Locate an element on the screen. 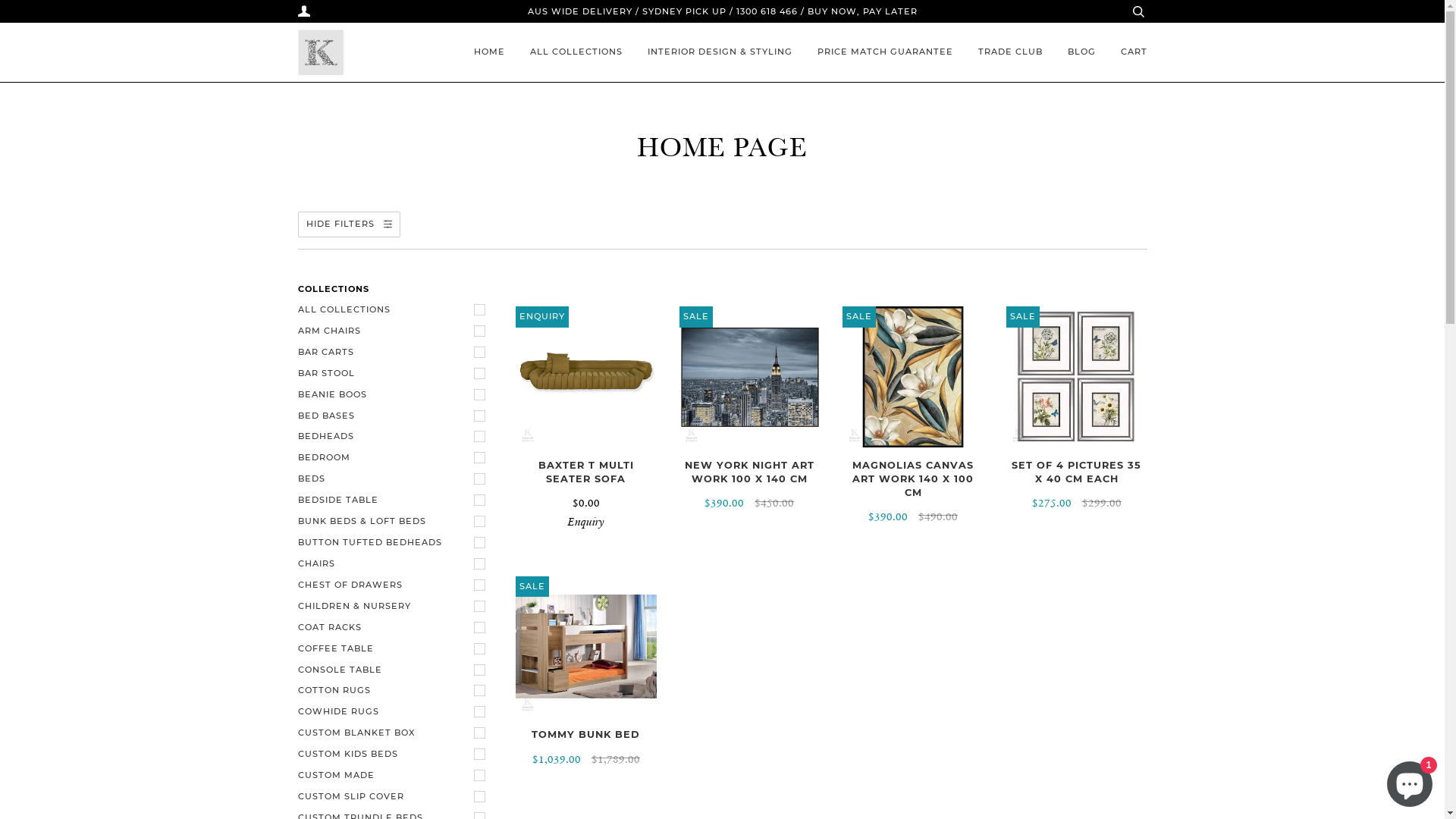 This screenshot has height=819, width=1456. 'HOME' is located at coordinates (488, 52).